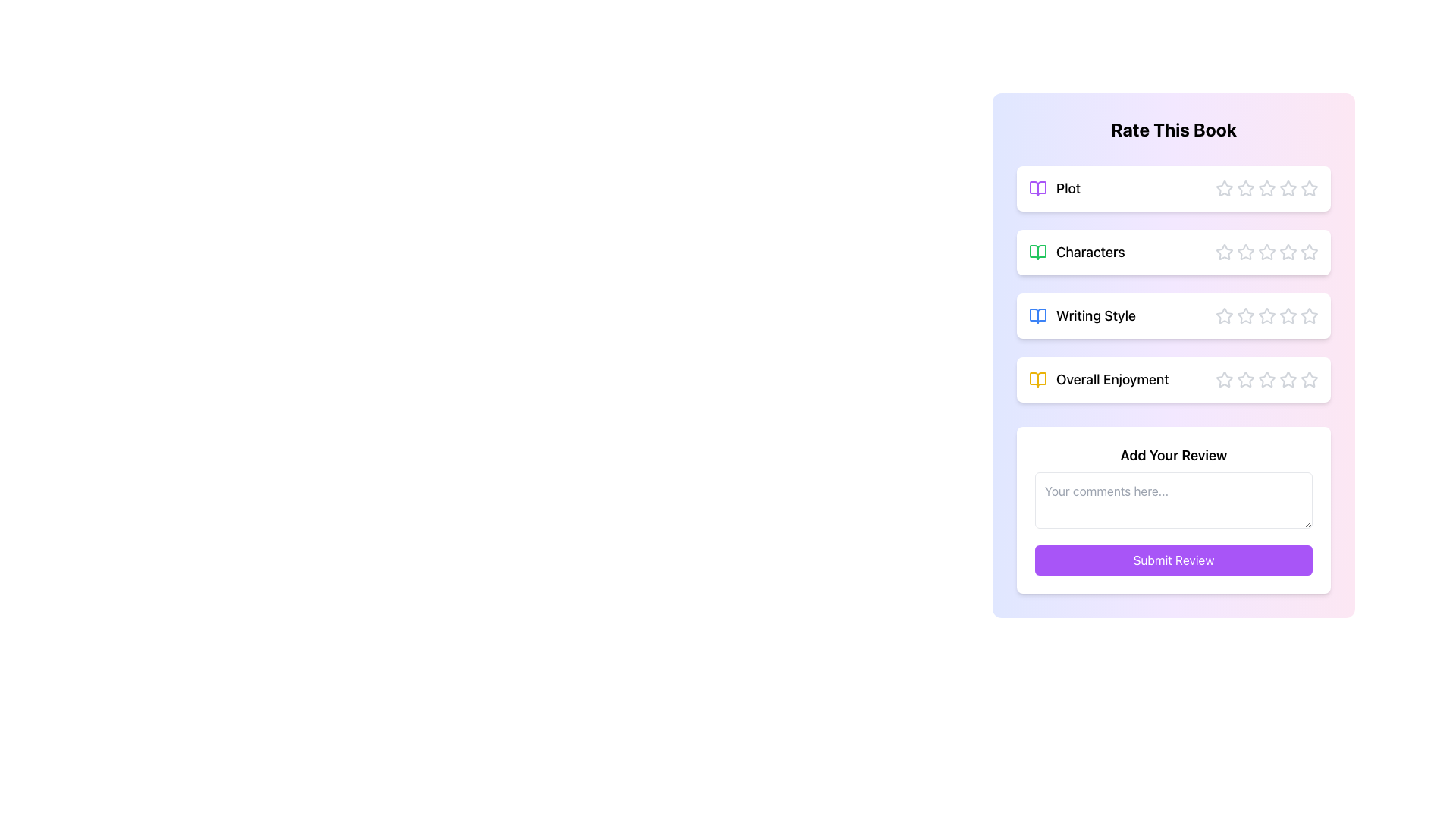 The image size is (1456, 819). Describe the element at coordinates (1266, 187) in the screenshot. I see `the second star in the star rating row labeled 'Plot' for rating a book` at that location.